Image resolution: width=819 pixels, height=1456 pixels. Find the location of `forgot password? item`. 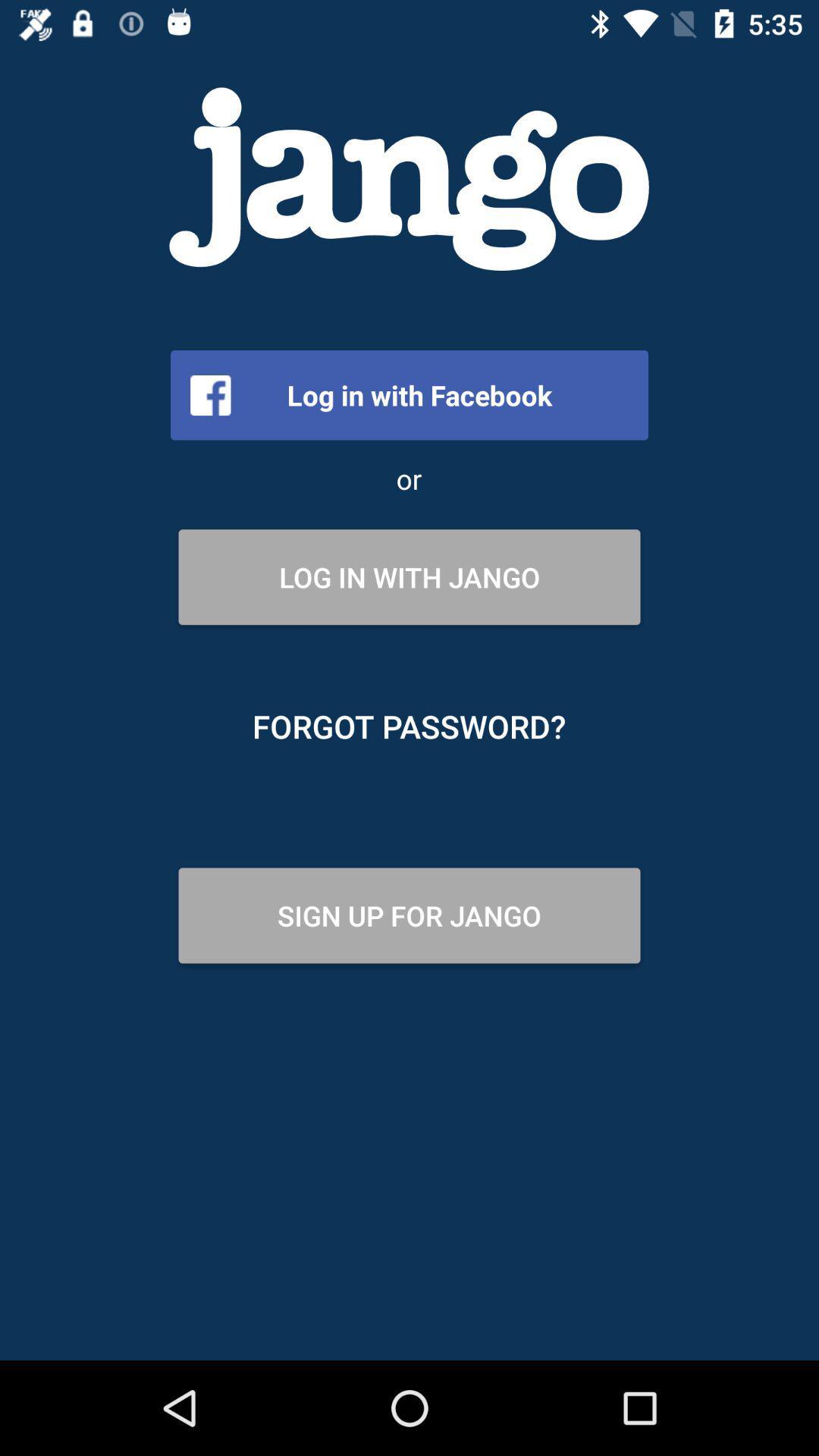

forgot password? item is located at coordinates (408, 726).